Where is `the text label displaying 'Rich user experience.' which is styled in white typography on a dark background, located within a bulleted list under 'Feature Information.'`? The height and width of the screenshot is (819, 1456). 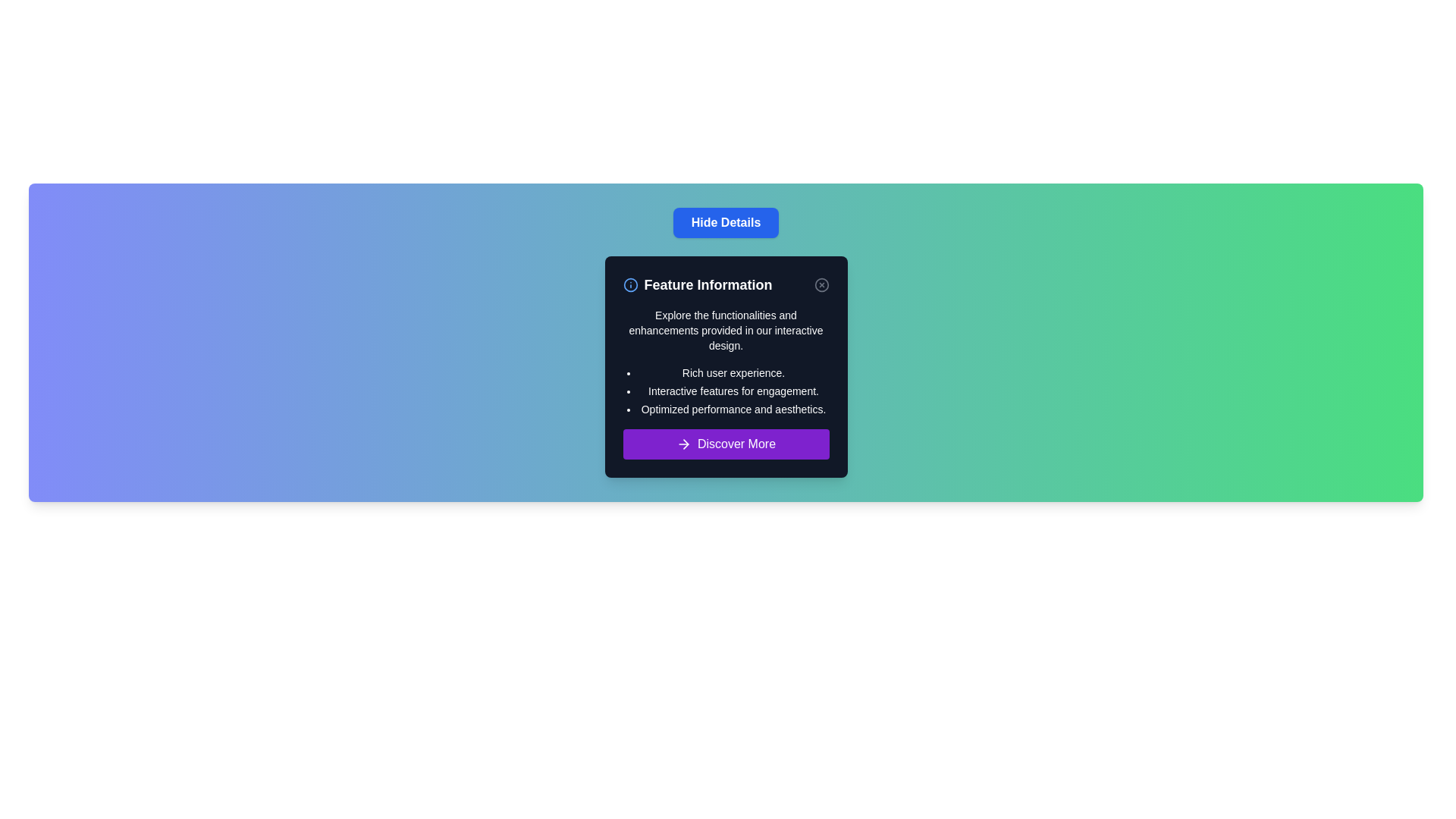 the text label displaying 'Rich user experience.' which is styled in white typography on a dark background, located within a bulleted list under 'Feature Information.' is located at coordinates (733, 373).